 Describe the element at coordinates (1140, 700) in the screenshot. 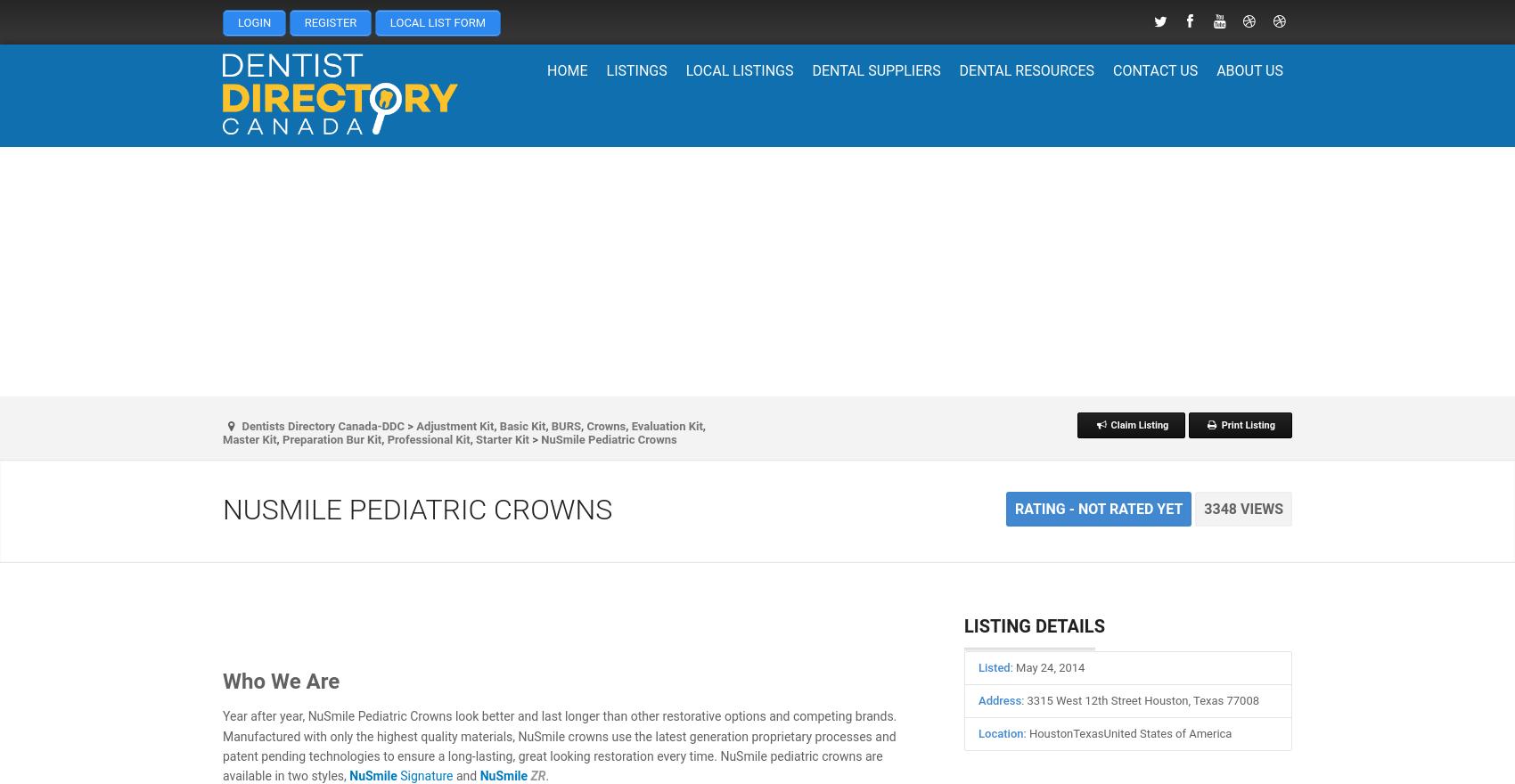

I see `': 3315 West 12th Street Houston, Texas 77008'` at that location.